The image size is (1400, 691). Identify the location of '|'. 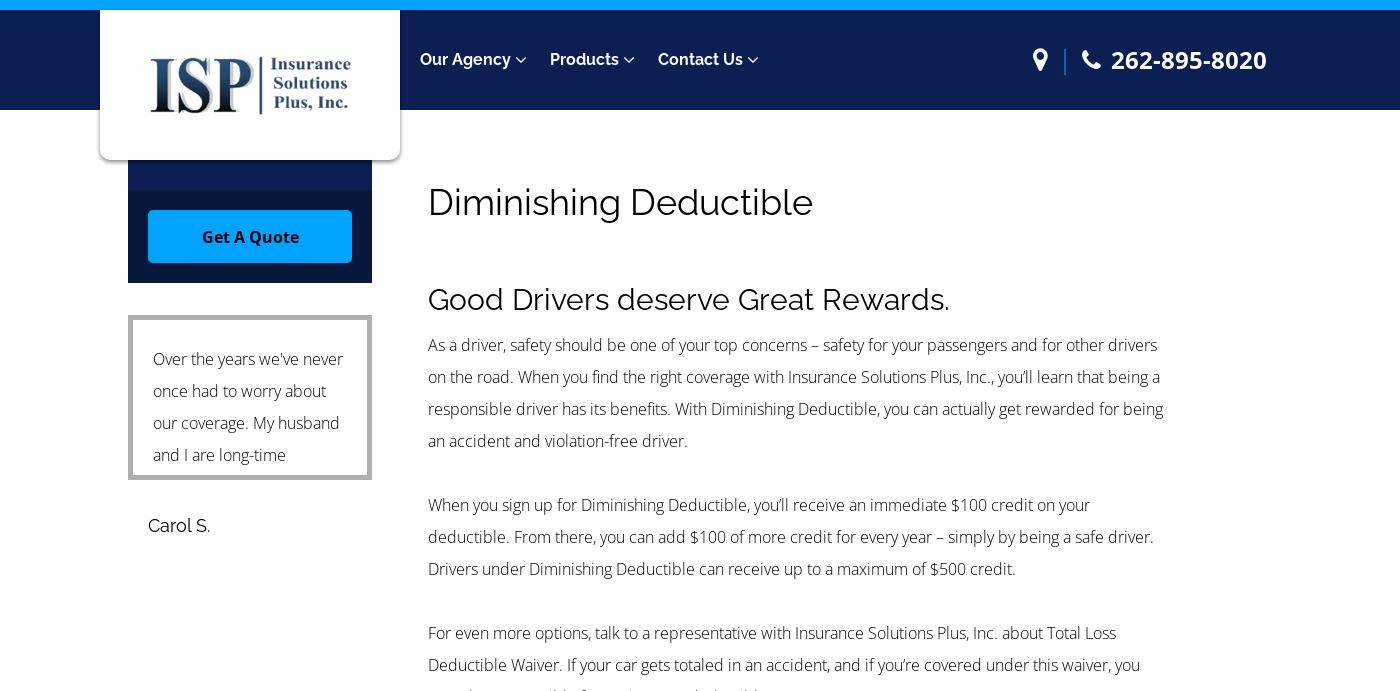
(1064, 58).